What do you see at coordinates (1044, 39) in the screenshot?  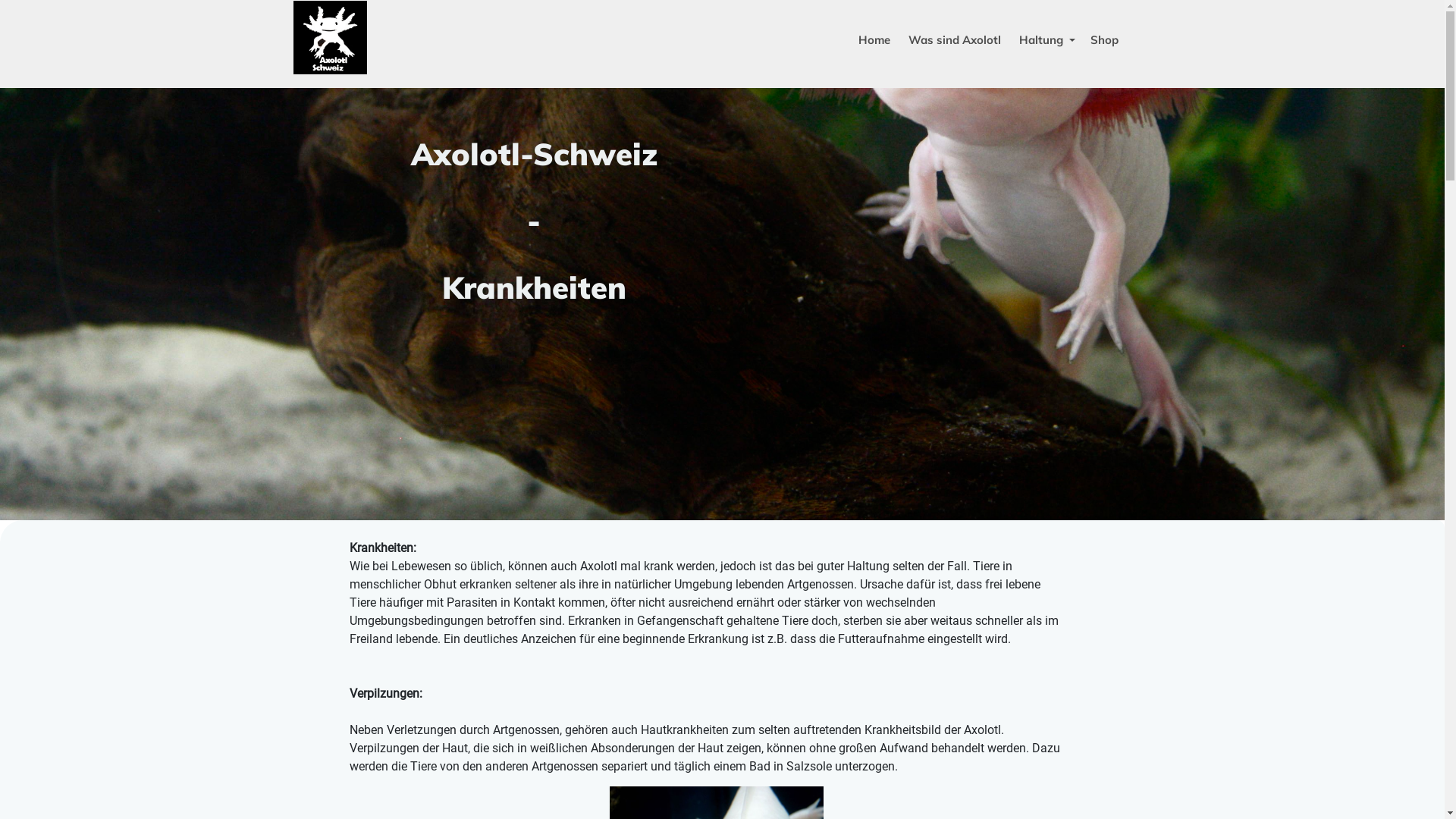 I see `'Haltung'` at bounding box center [1044, 39].